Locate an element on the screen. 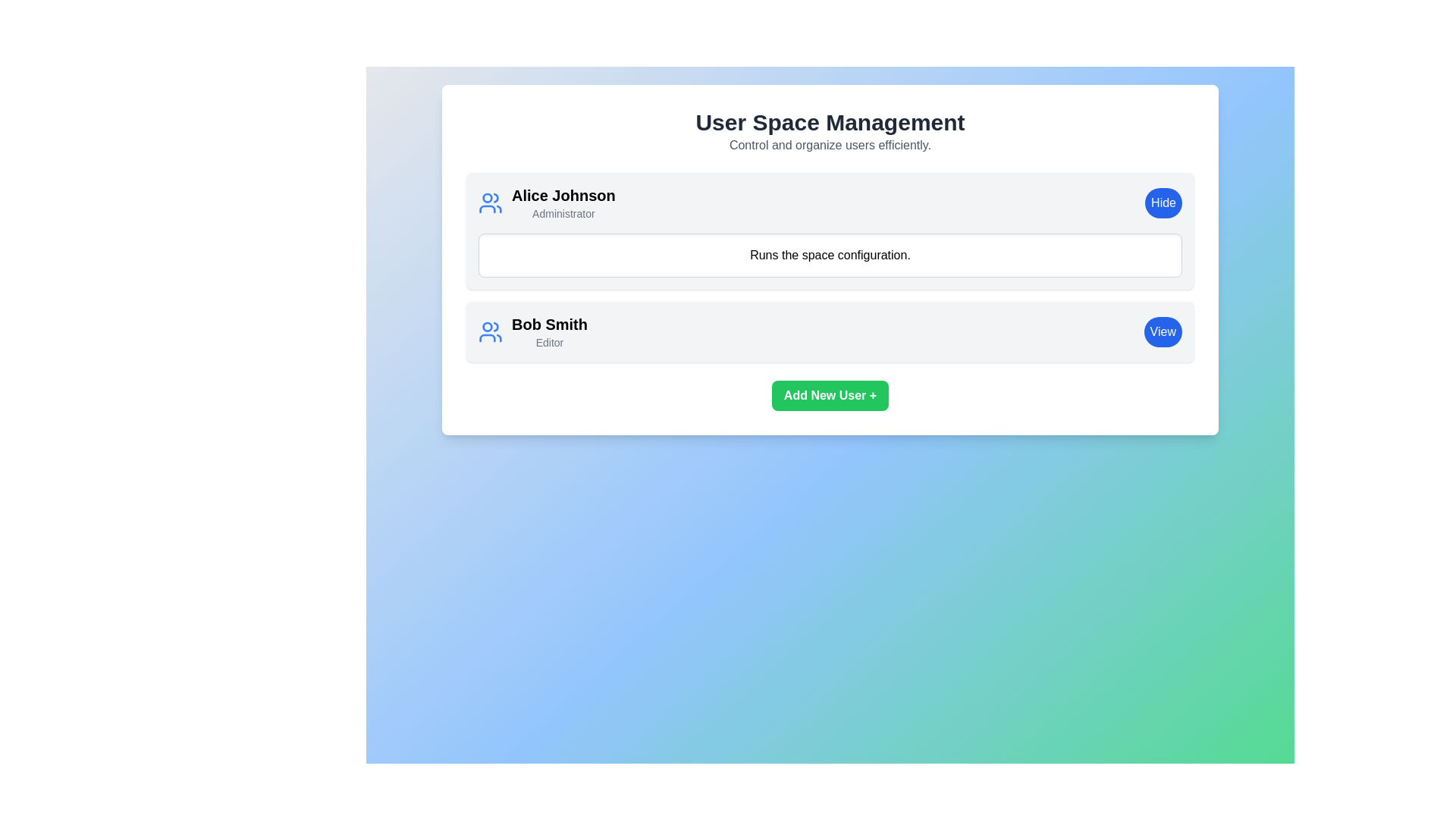  the text label styled in gray font that reads 'Administrator,' located below the name 'Alice Johnson' in the user detail card is located at coordinates (563, 213).